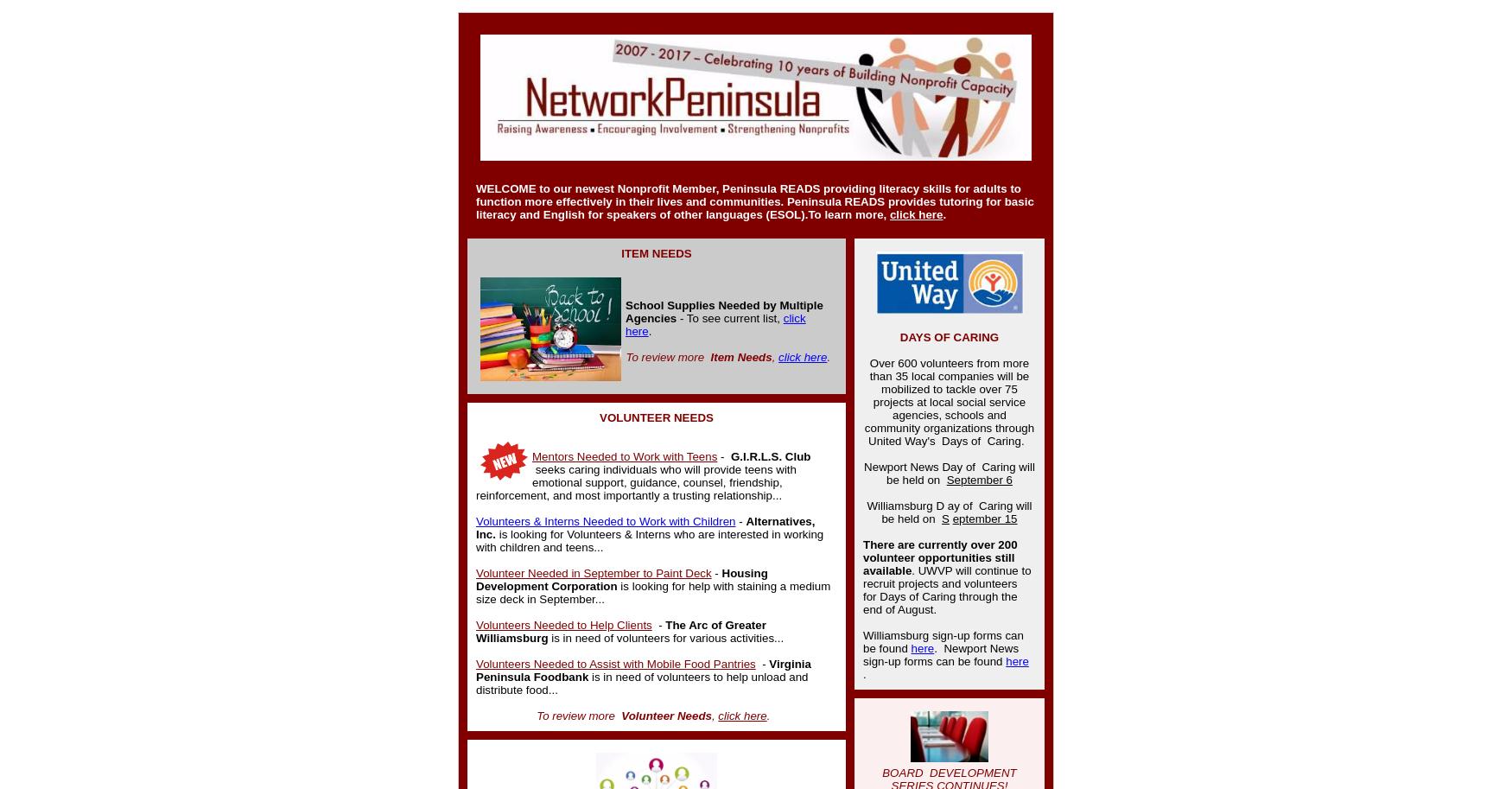 Image resolution: width=1512 pixels, height=789 pixels. I want to click on 'Volunteers & Interns Needed to Work with Children', so click(475, 521).